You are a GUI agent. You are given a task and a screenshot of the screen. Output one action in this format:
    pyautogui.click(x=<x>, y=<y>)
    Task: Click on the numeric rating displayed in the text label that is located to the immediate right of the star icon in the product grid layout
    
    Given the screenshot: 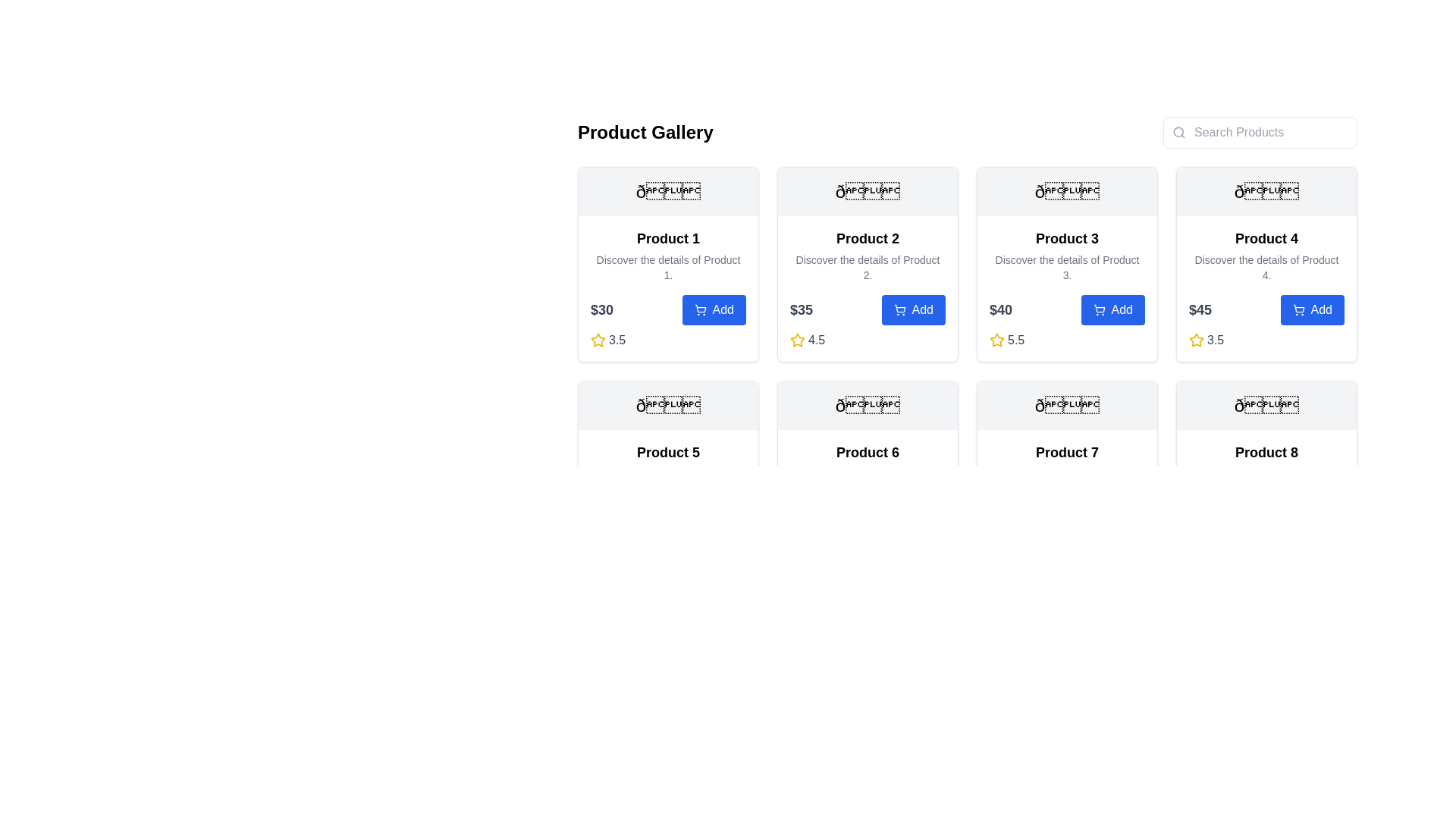 What is the action you would take?
    pyautogui.click(x=1016, y=339)
    